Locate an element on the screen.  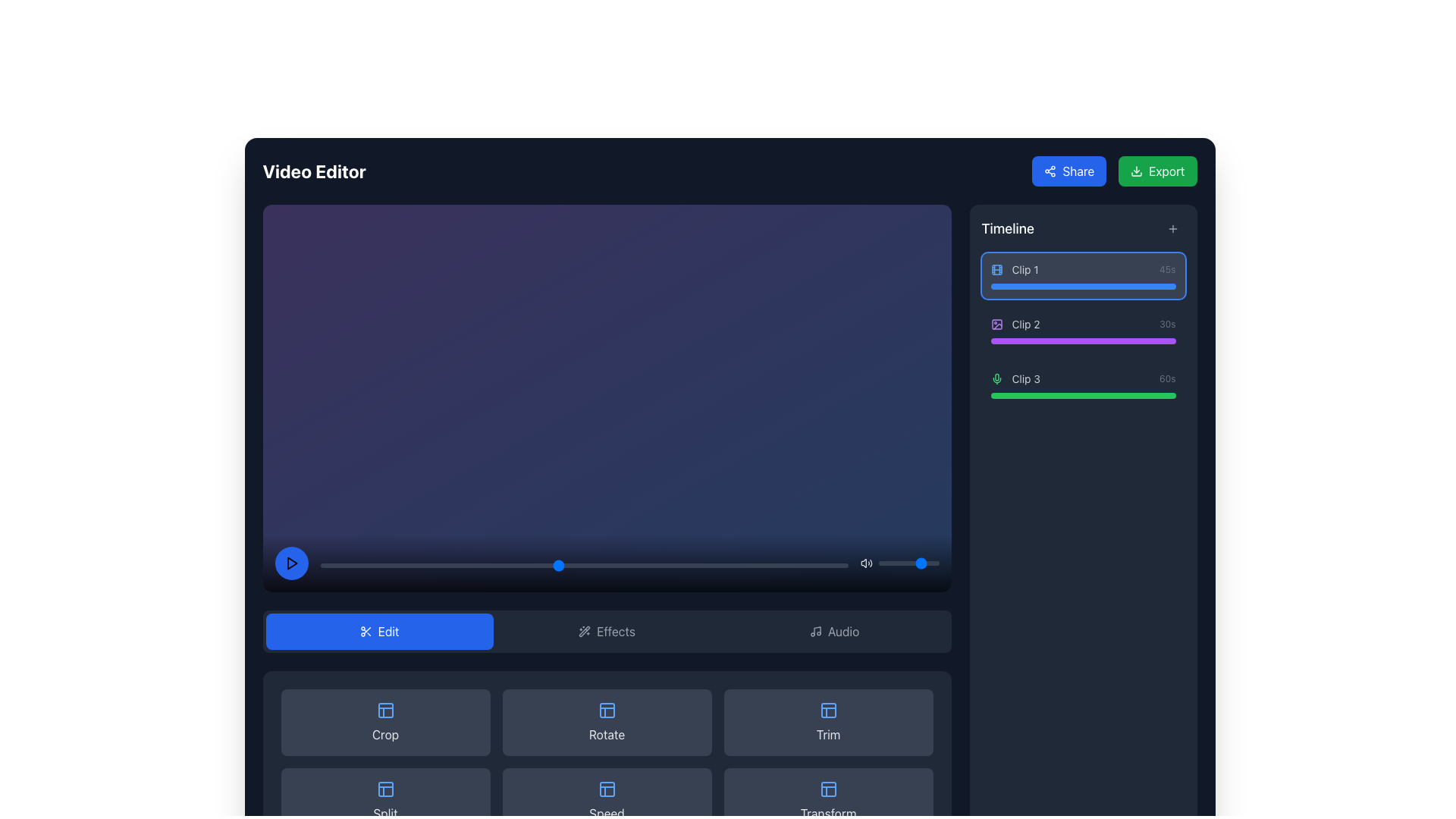
slider value is located at coordinates (340, 564).